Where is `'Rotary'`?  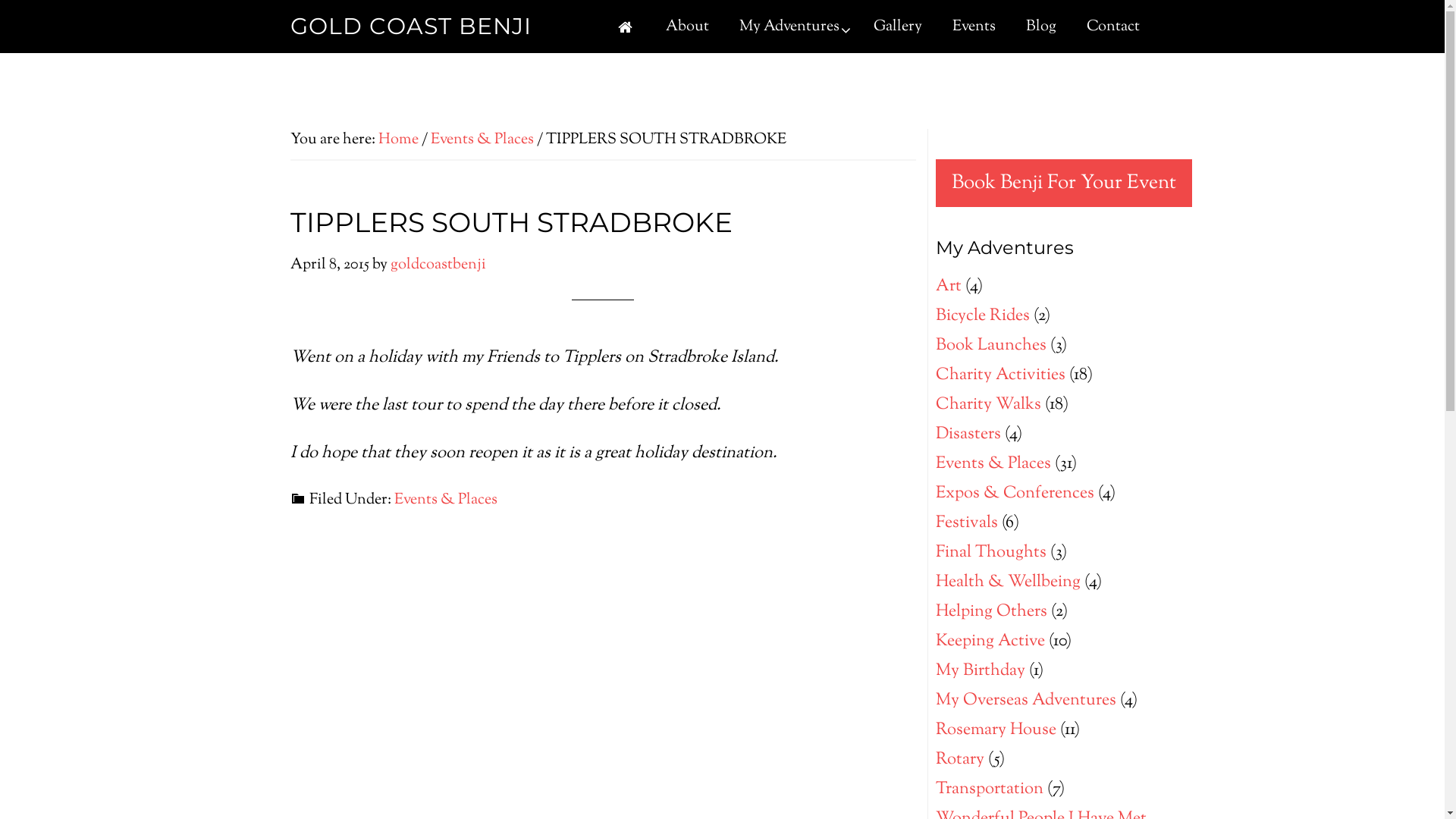
'Rotary' is located at coordinates (959, 760).